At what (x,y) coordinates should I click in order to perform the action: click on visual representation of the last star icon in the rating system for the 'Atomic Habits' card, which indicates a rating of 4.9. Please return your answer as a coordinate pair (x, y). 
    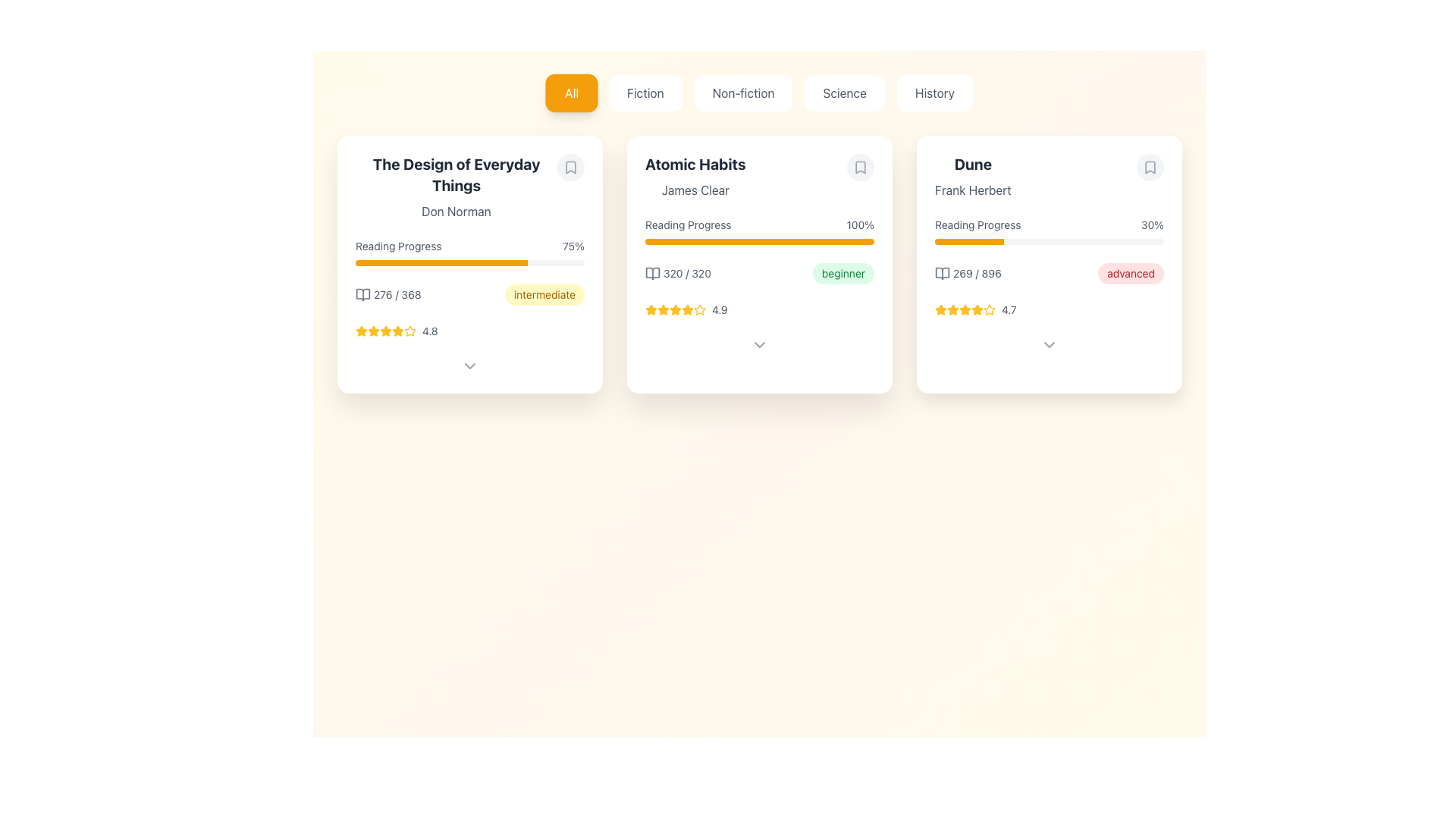
    Looking at the image, I should click on (698, 309).